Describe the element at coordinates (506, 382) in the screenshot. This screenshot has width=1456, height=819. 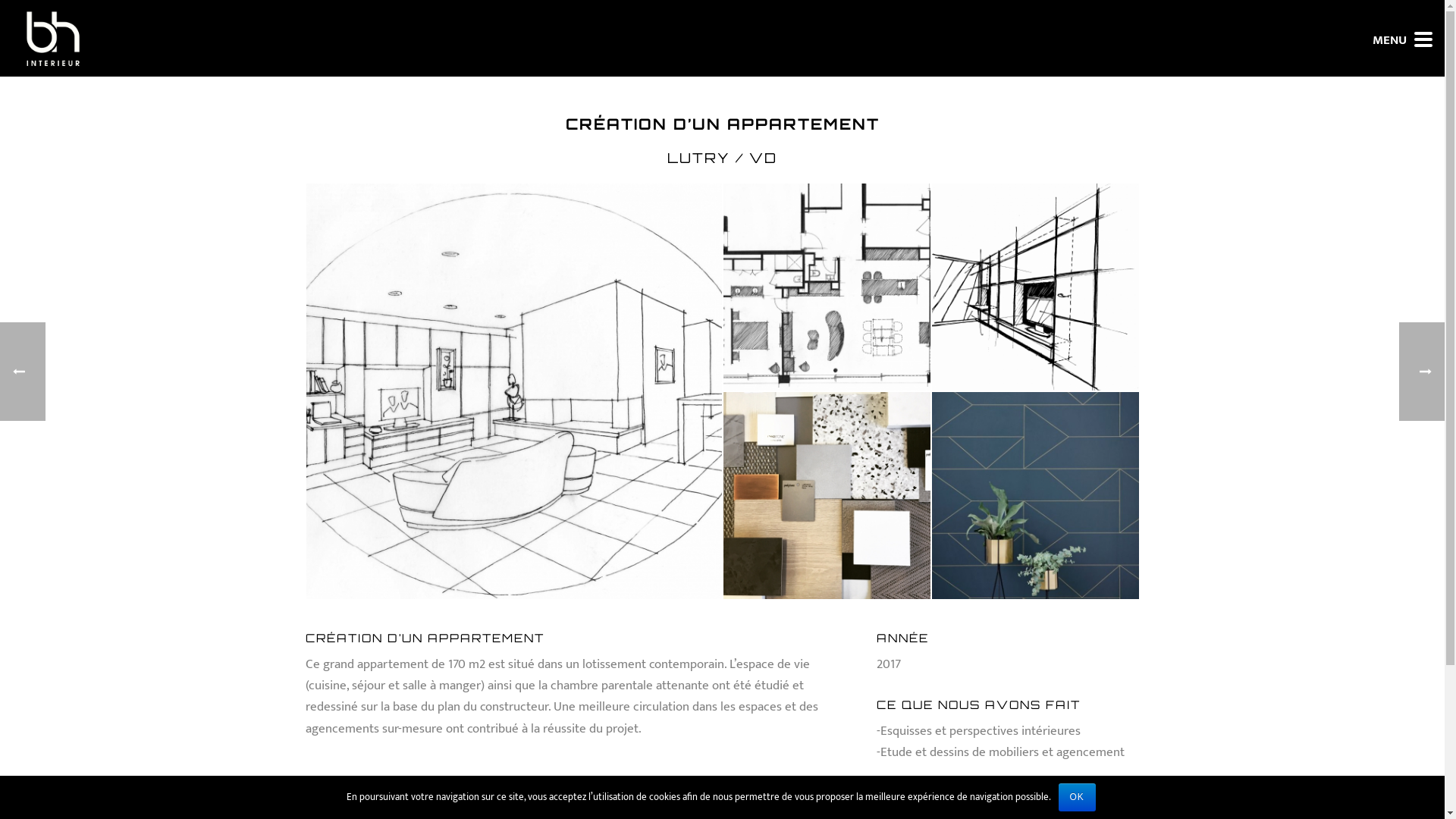
I see `'Perspective-salon-bh-interieur'` at that location.